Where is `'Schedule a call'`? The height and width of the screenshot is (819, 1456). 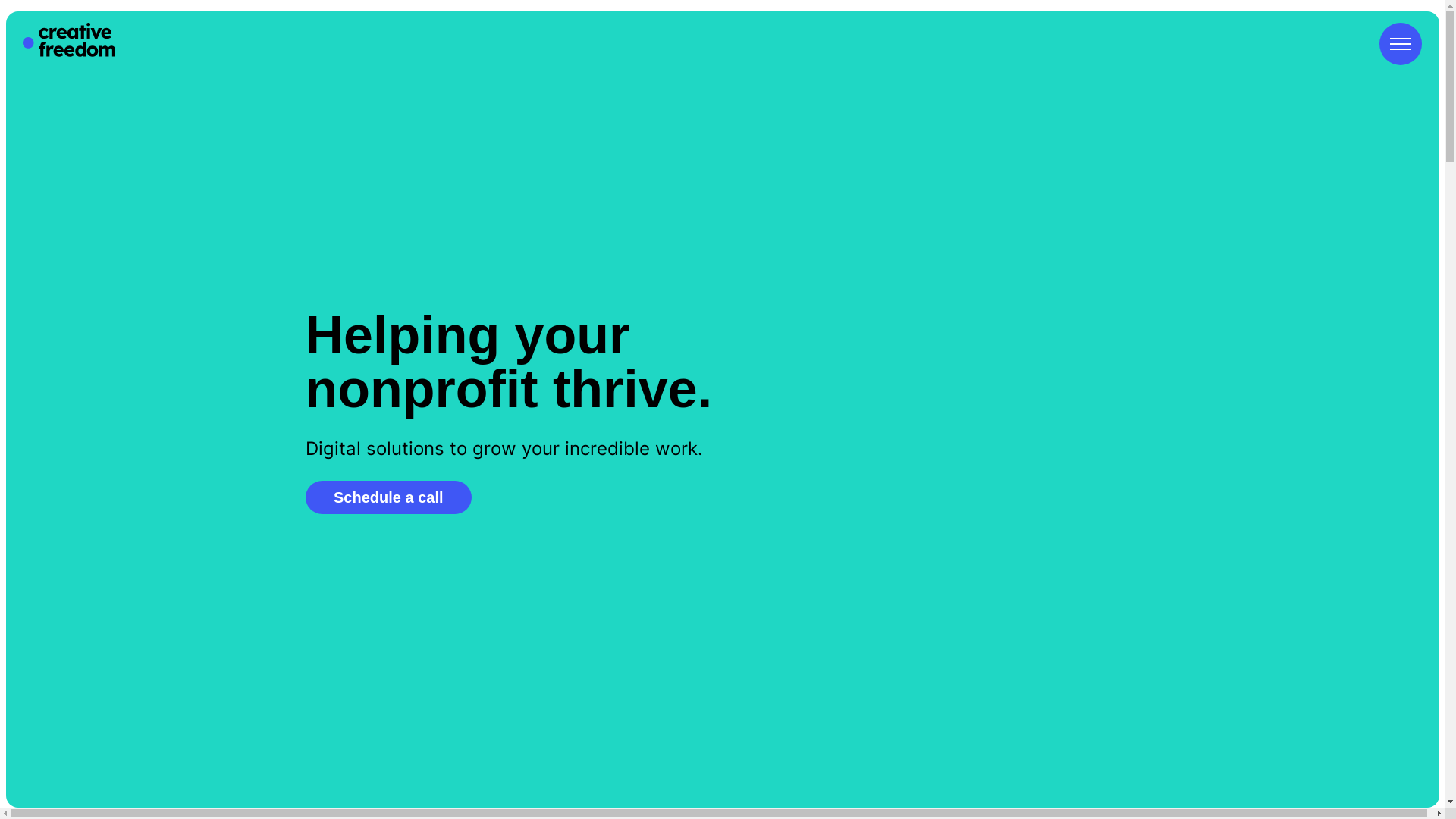
'Schedule a call' is located at coordinates (304, 497).